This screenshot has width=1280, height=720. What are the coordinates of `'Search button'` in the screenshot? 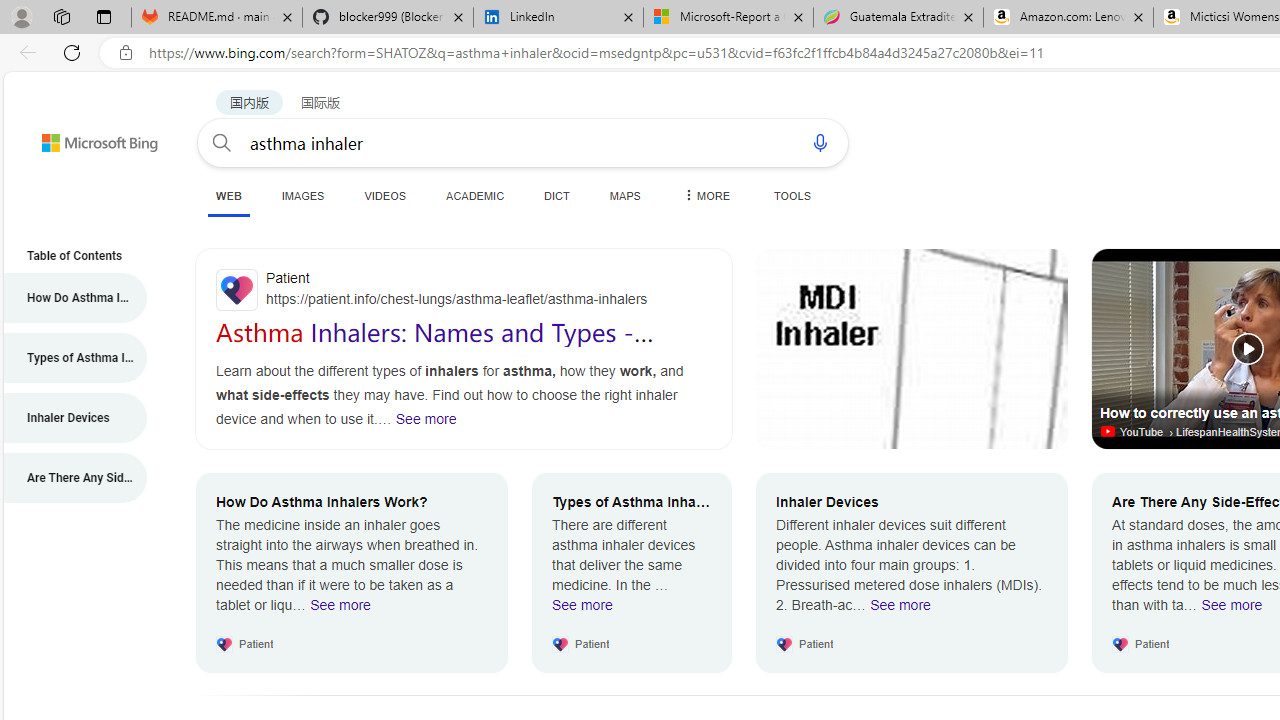 It's located at (222, 141).